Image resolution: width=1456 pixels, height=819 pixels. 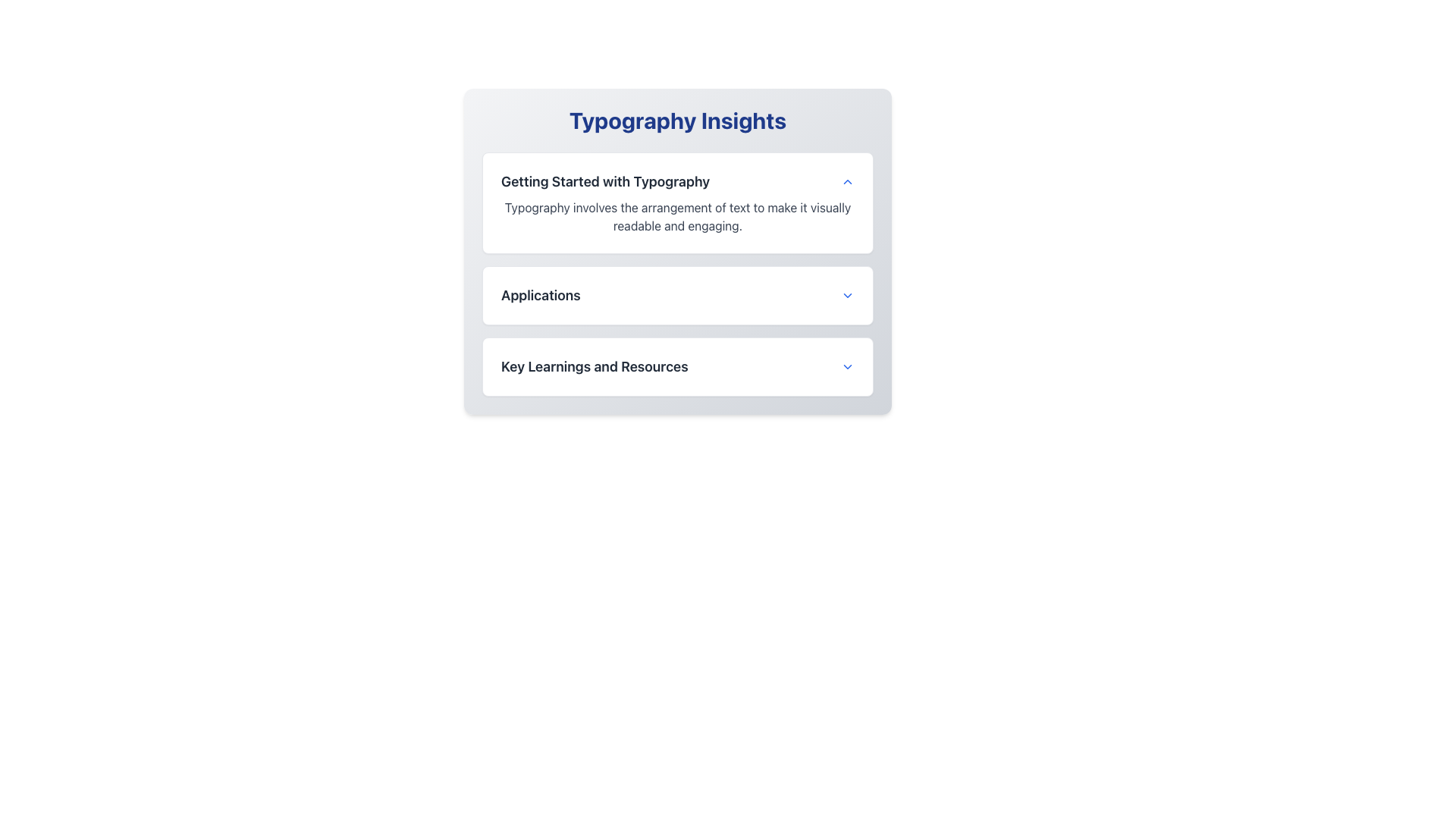 What do you see at coordinates (676, 366) in the screenshot?
I see `the dropdown menu header titled 'Key Learnings and Resources'` at bounding box center [676, 366].